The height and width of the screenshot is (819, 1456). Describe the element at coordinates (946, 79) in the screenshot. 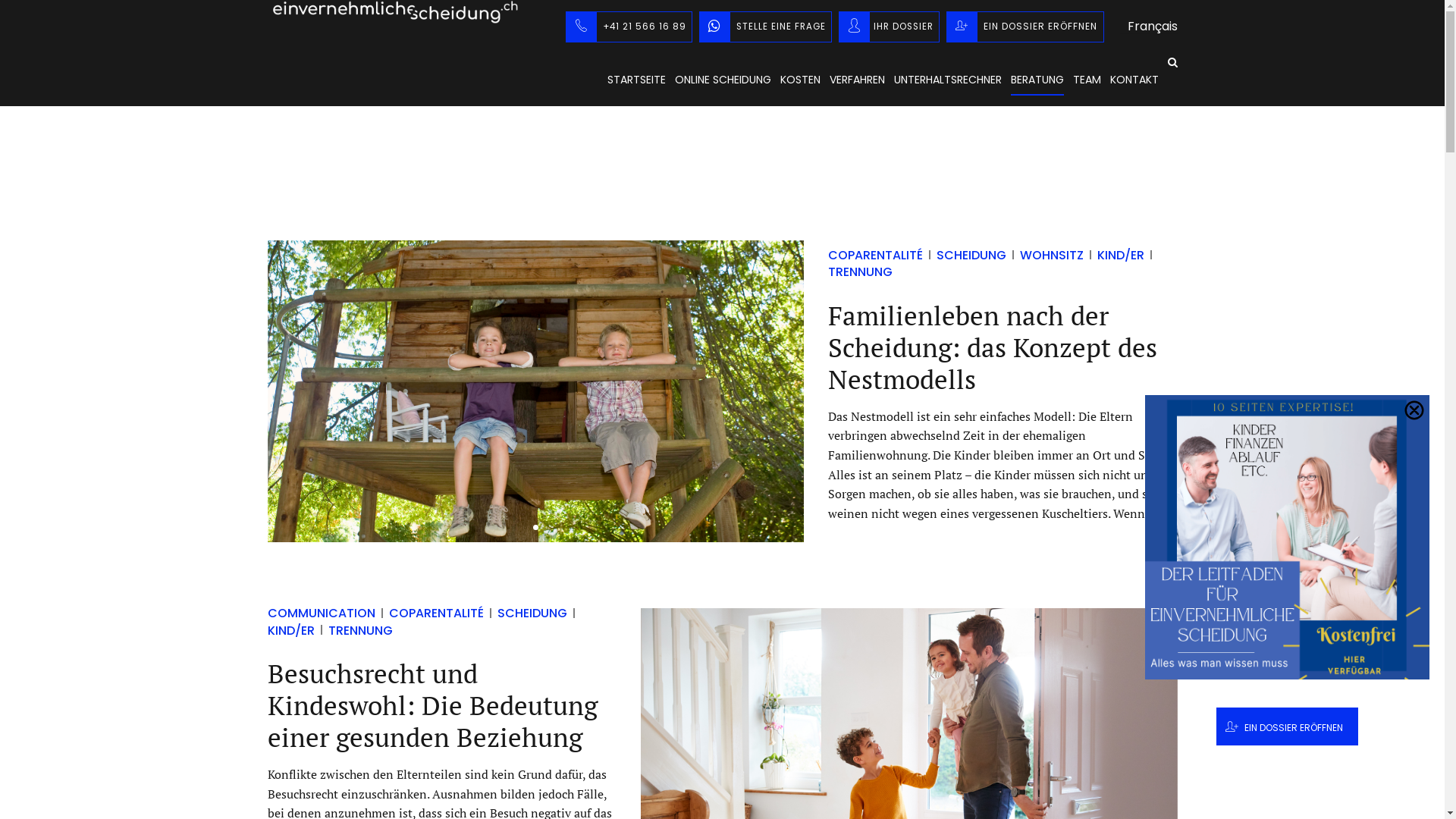

I see `'UNTERHALTSRECHNER'` at that location.